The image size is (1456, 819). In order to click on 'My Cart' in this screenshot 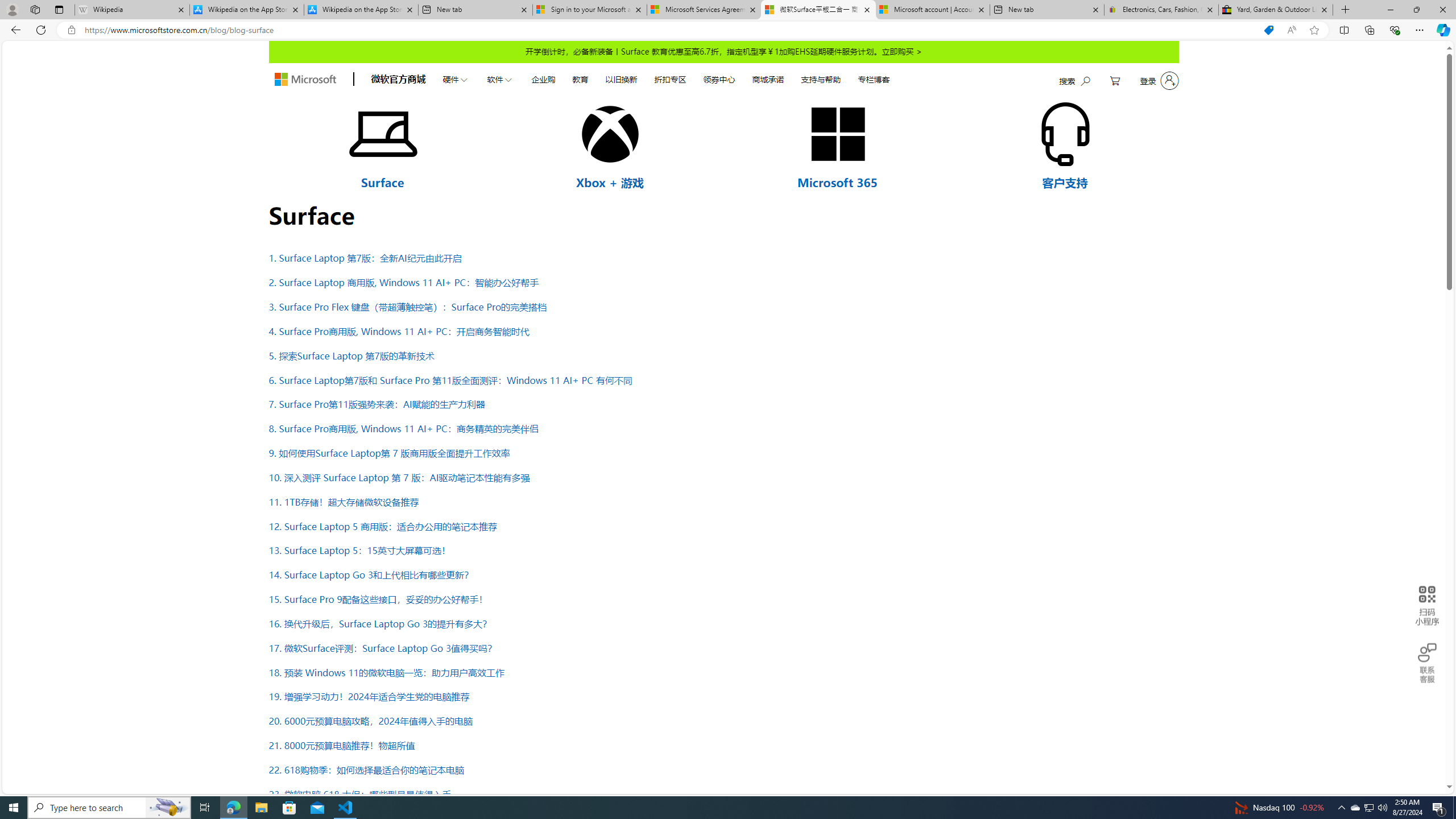, I will do `click(1115, 80)`.